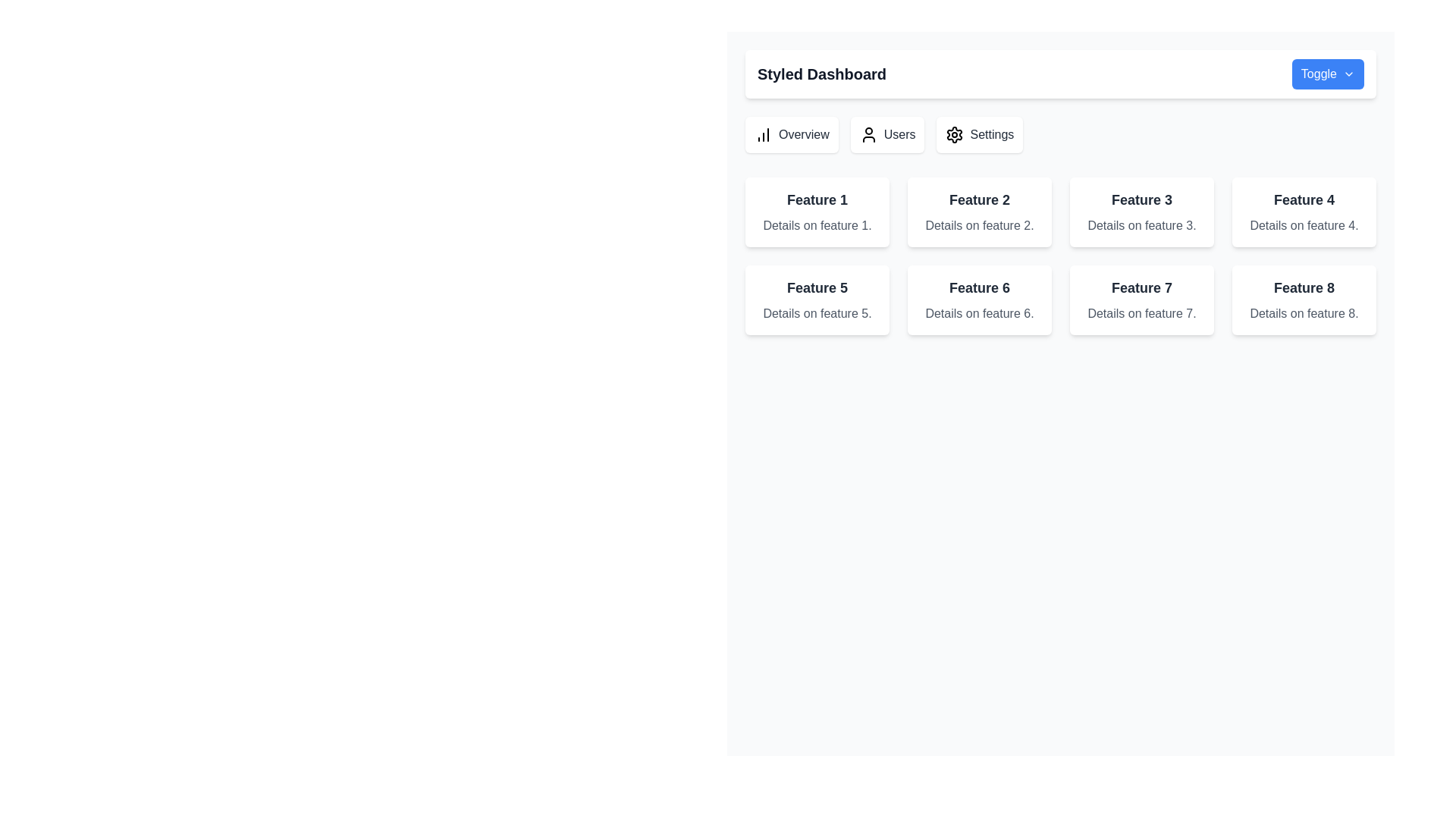 The width and height of the screenshot is (1456, 819). I want to click on the Text label providing contextual information about 'Feature 7' located in the middle right region of the feature grid, so click(1142, 312).